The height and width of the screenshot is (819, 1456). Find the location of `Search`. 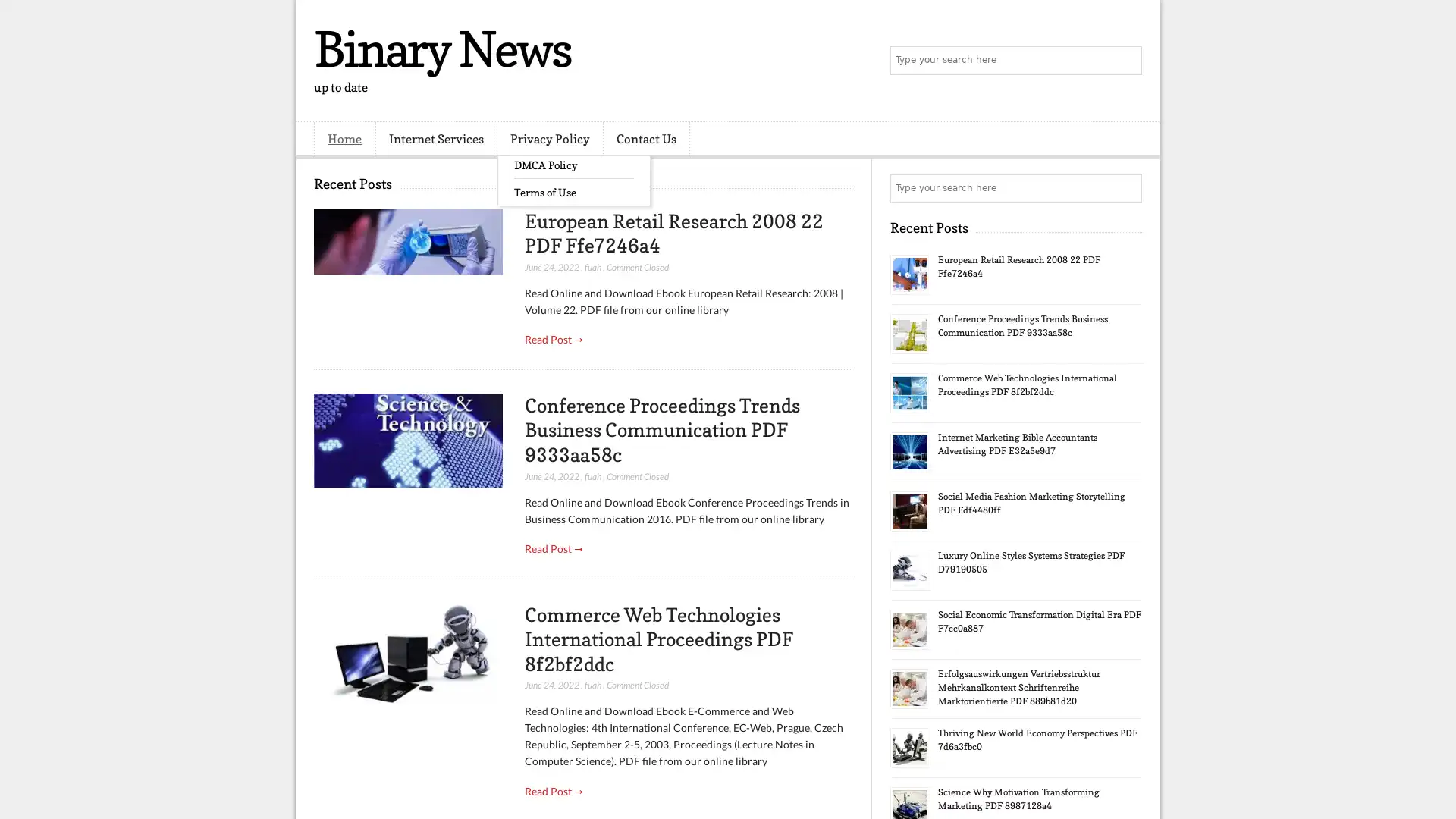

Search is located at coordinates (1126, 188).